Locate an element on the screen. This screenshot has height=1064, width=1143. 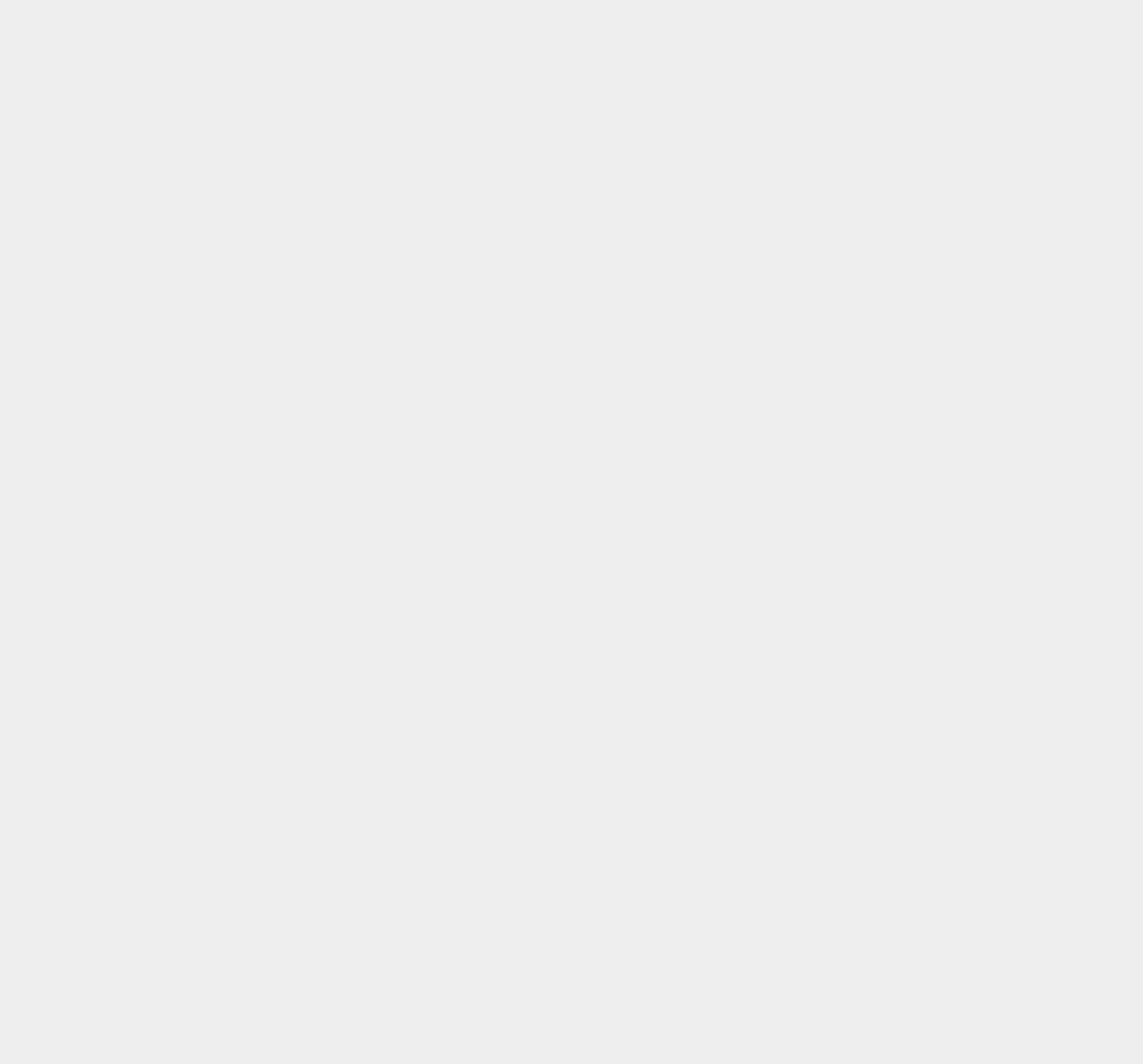
'HP' is located at coordinates (816, 974).